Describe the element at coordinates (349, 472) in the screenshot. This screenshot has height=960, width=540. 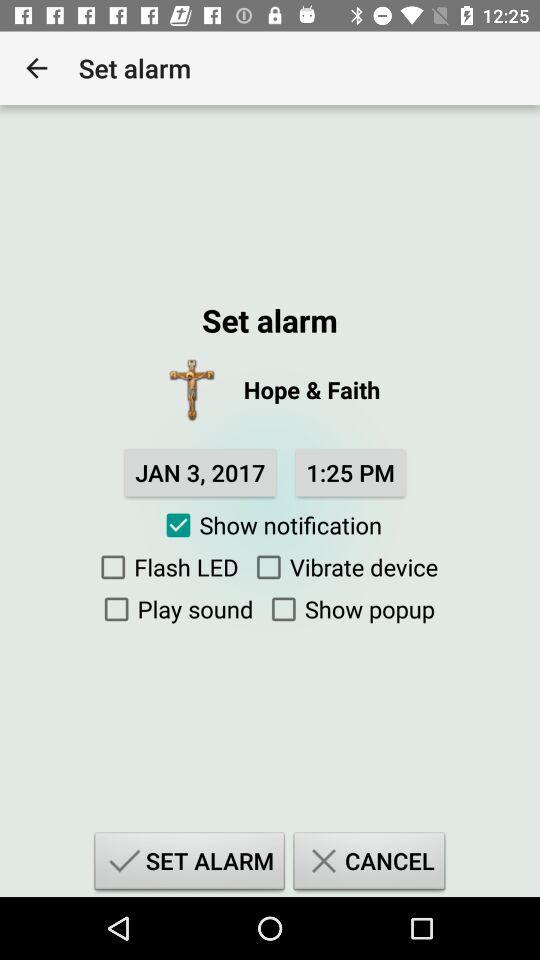
I see `the item below hope & faith` at that location.